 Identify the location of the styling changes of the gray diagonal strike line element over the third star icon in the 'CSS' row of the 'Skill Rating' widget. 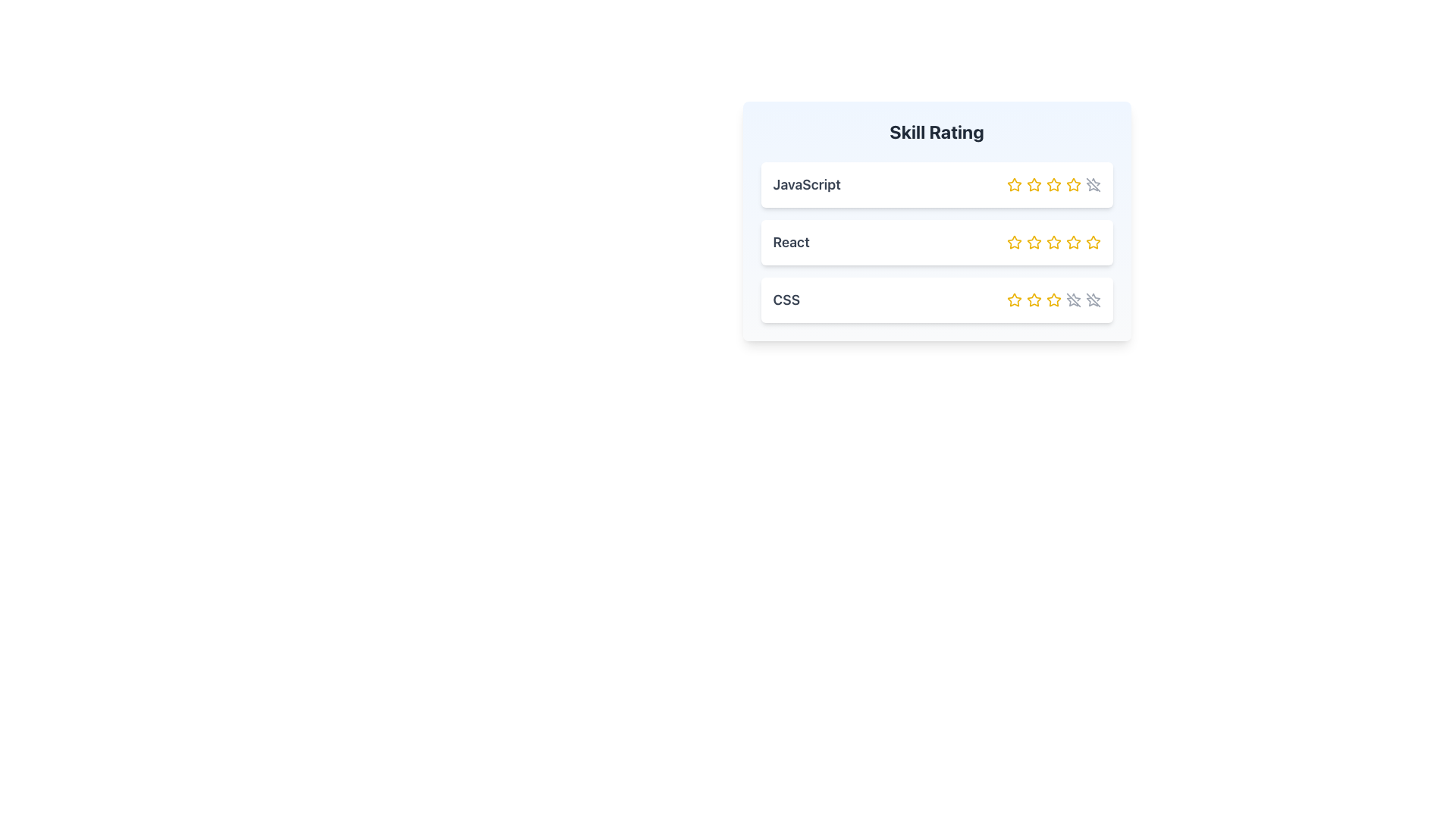
(1093, 300).